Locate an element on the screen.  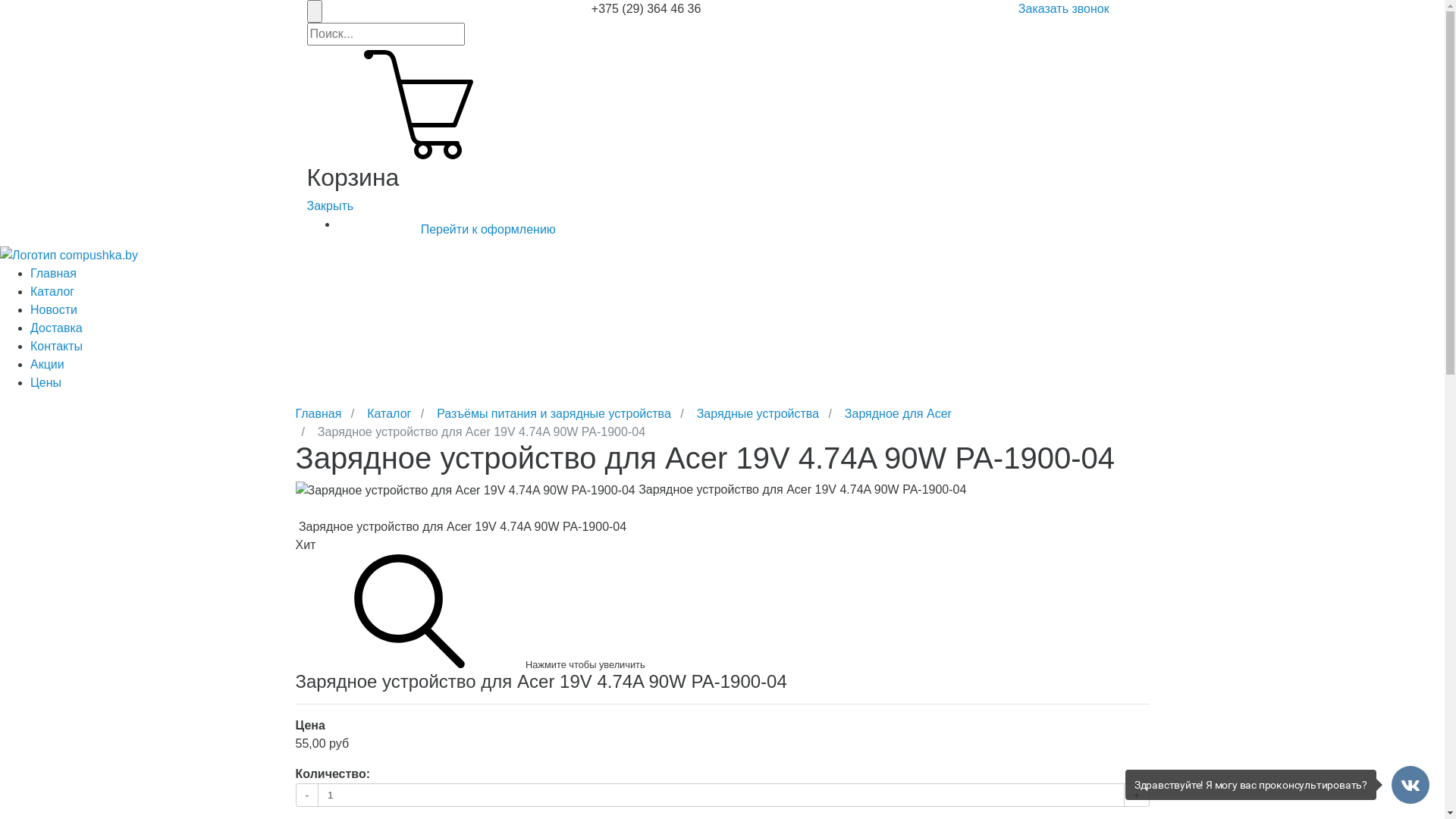
'-' is located at coordinates (306, 794).